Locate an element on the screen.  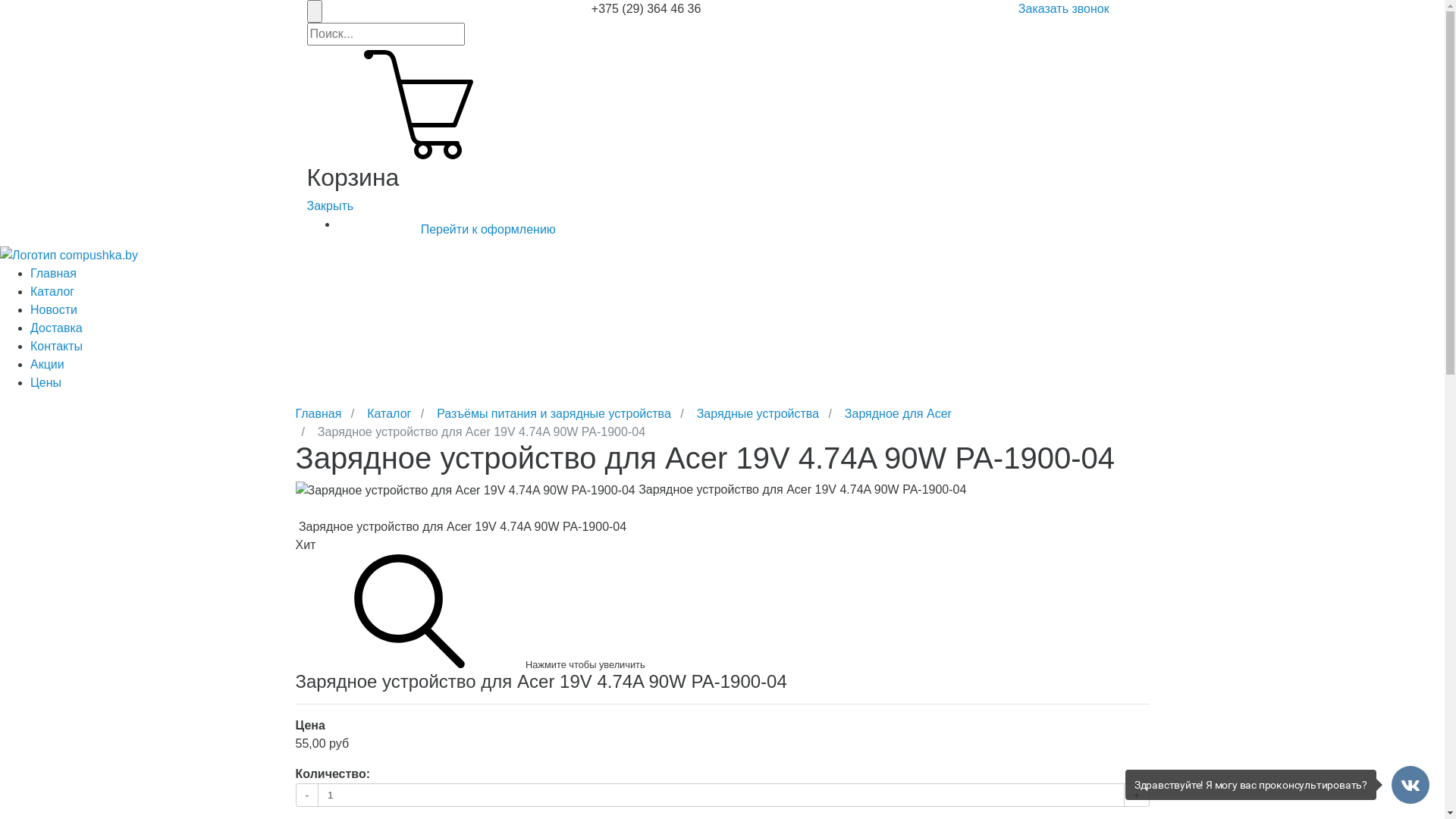
'-' is located at coordinates (306, 794).